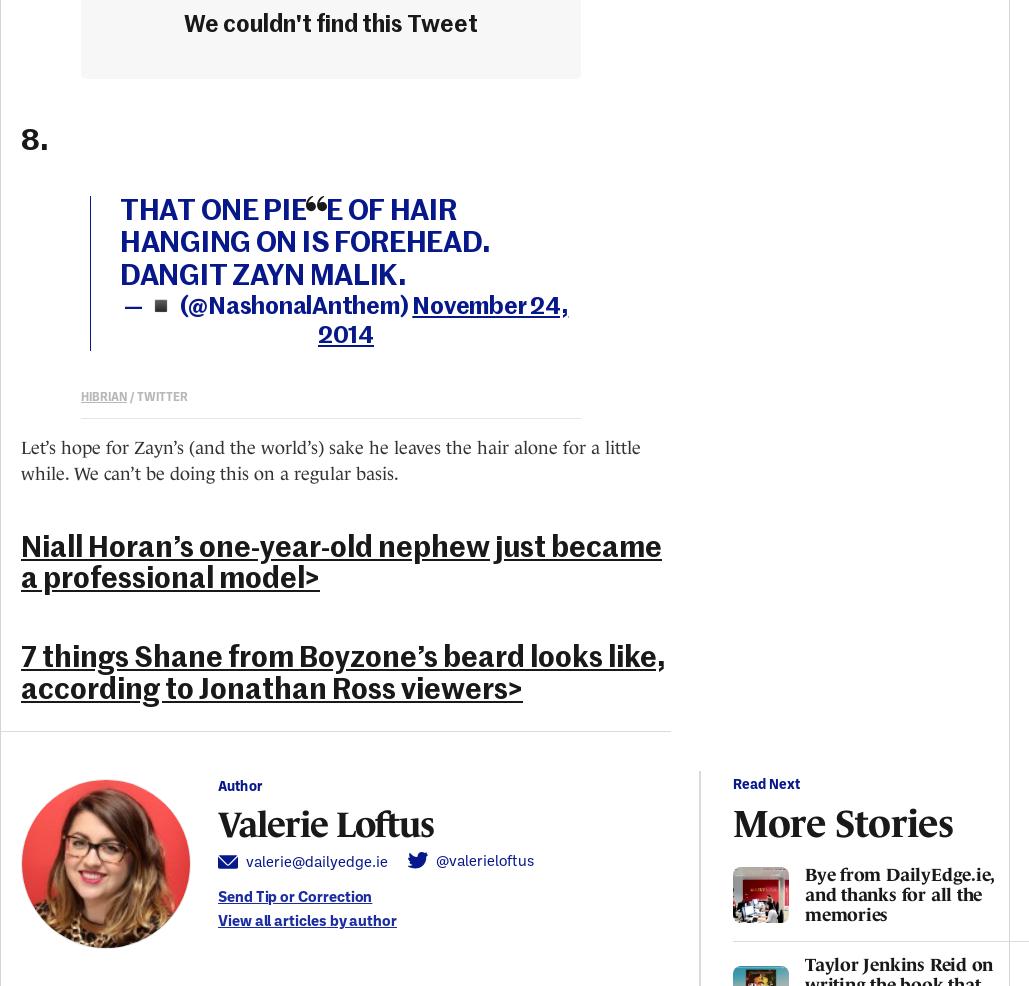 The height and width of the screenshot is (986, 1029). I want to click on 'We couldn't find this Tweet', so click(331, 23).